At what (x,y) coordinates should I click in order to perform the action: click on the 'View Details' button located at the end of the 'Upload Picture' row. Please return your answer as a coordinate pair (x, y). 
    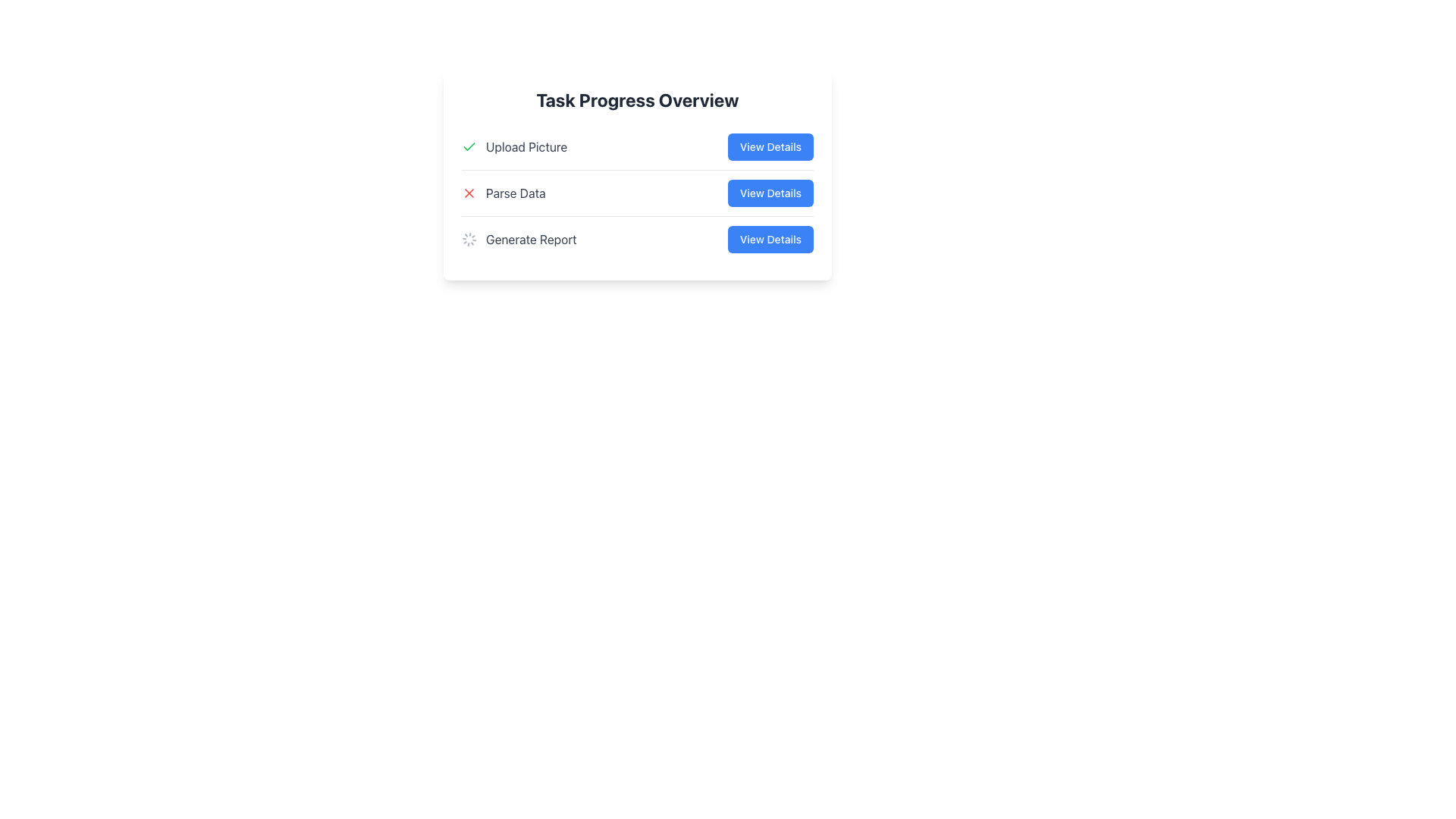
    Looking at the image, I should click on (770, 146).